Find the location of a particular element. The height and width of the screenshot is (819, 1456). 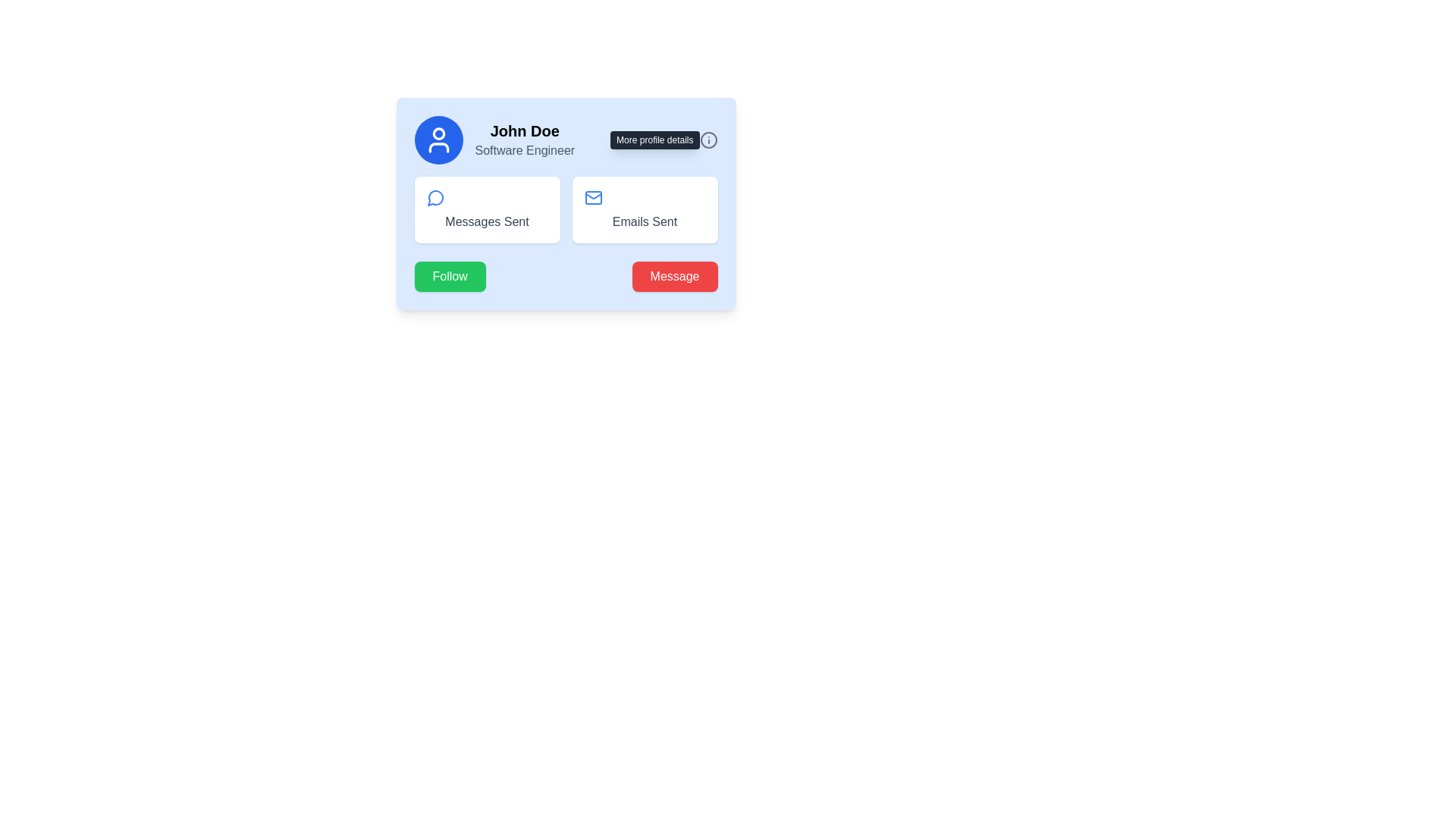

the Profile Summary Card in the top-left area of the user profile card is located at coordinates (494, 140).